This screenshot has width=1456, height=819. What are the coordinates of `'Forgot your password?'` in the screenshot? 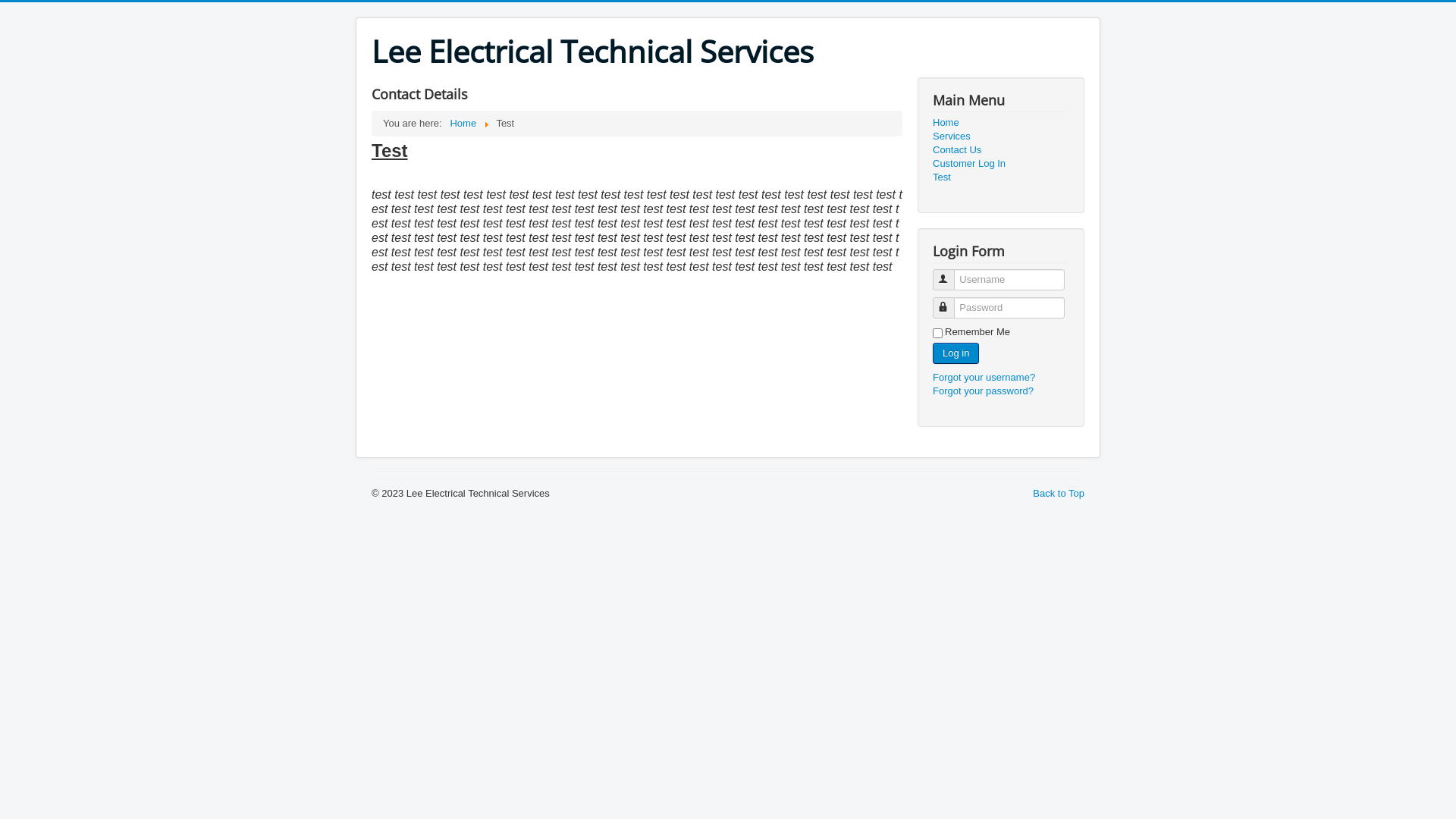 It's located at (983, 390).